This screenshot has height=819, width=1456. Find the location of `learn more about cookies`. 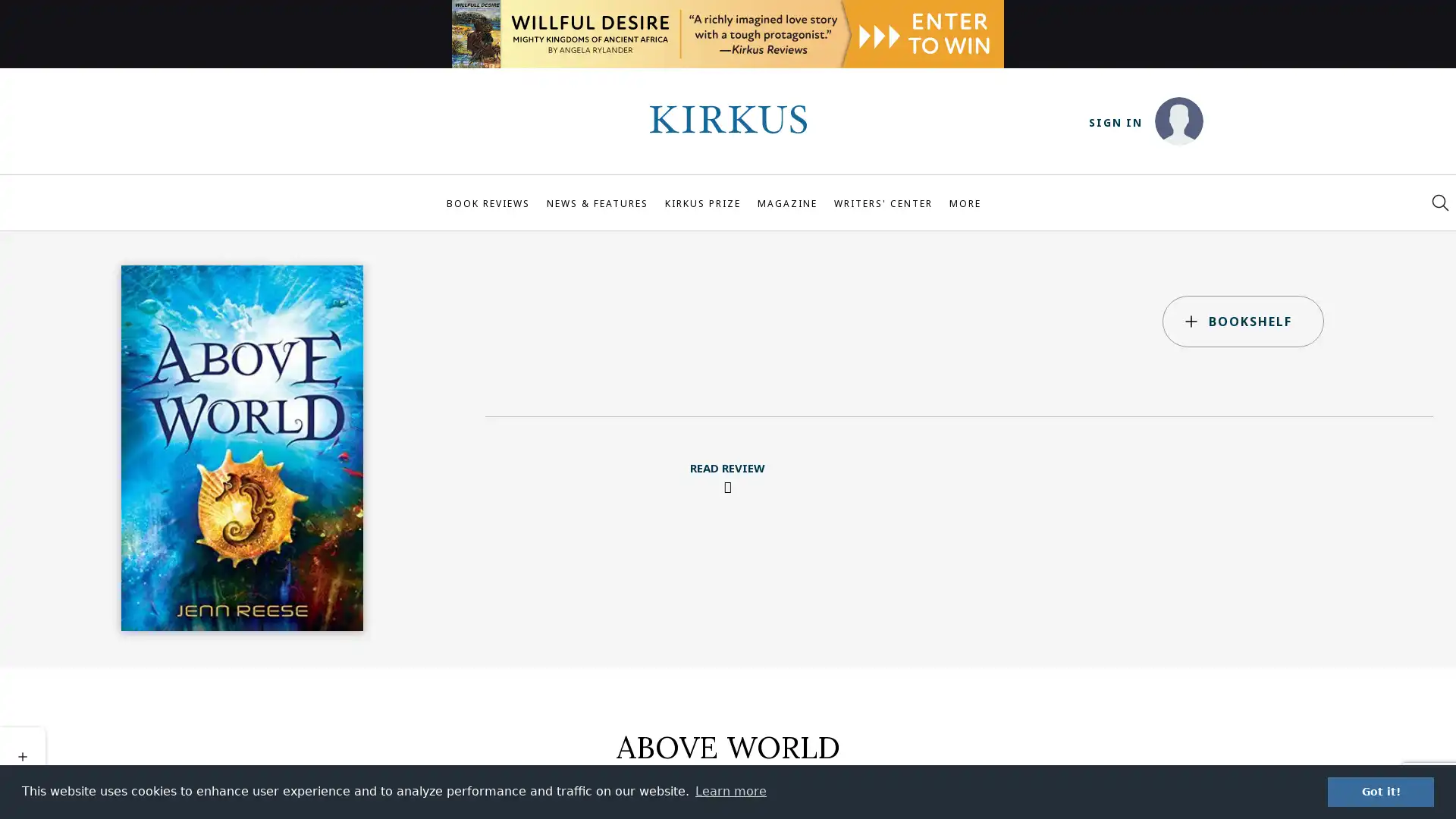

learn more about cookies is located at coordinates (730, 791).